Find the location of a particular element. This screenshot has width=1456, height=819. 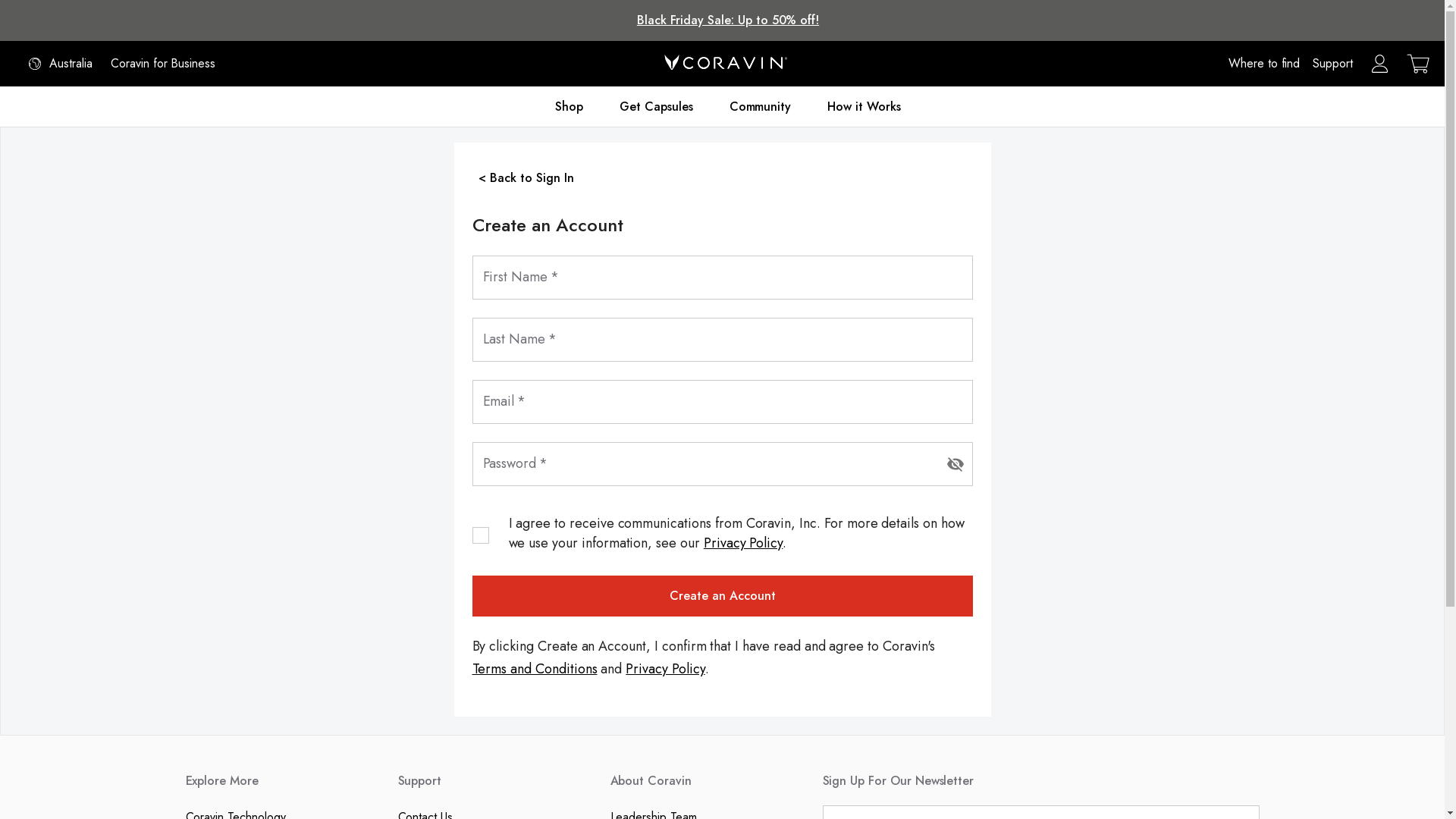

'Support' is located at coordinates (1332, 62).